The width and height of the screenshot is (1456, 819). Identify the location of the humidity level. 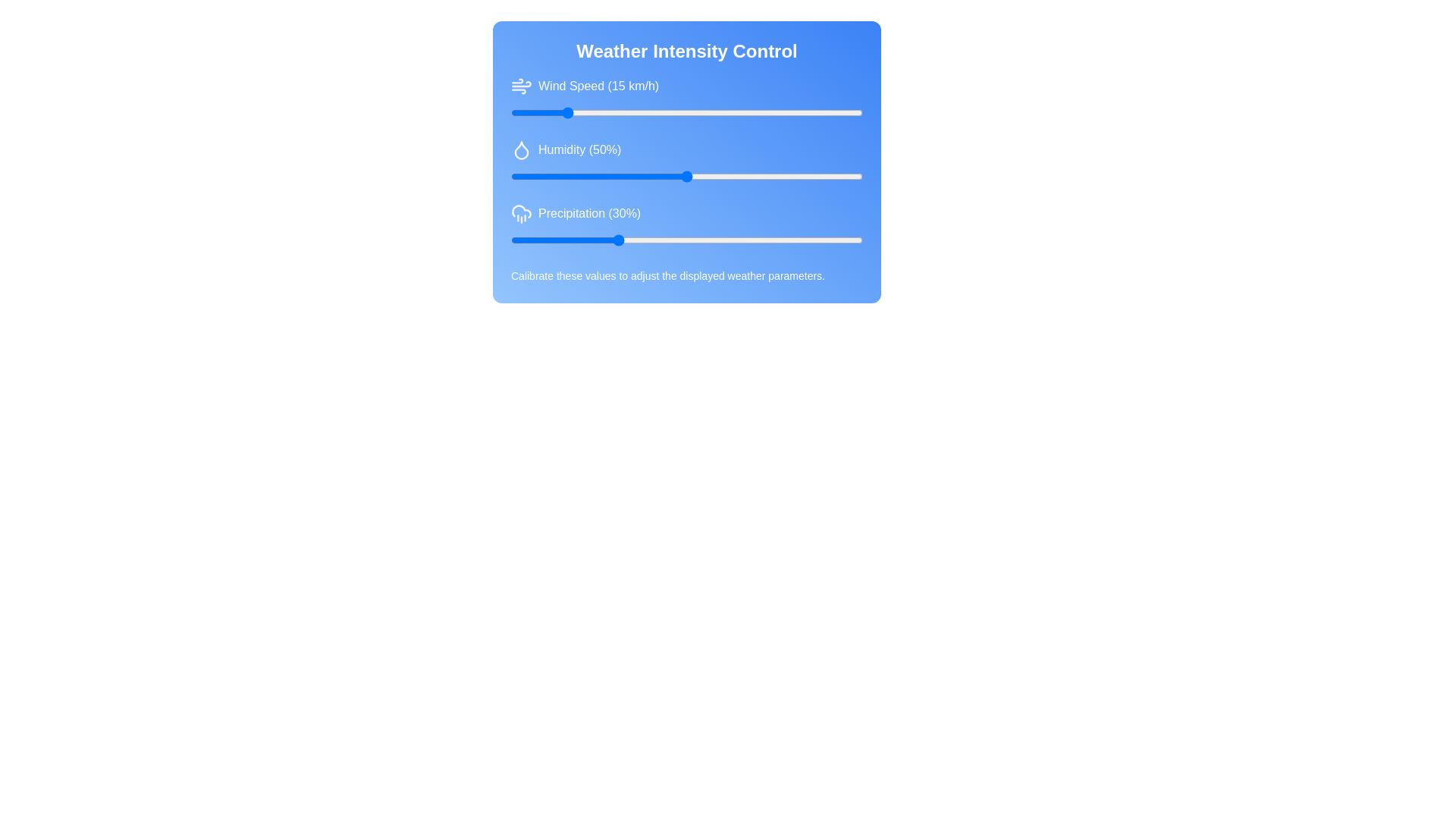
(823, 175).